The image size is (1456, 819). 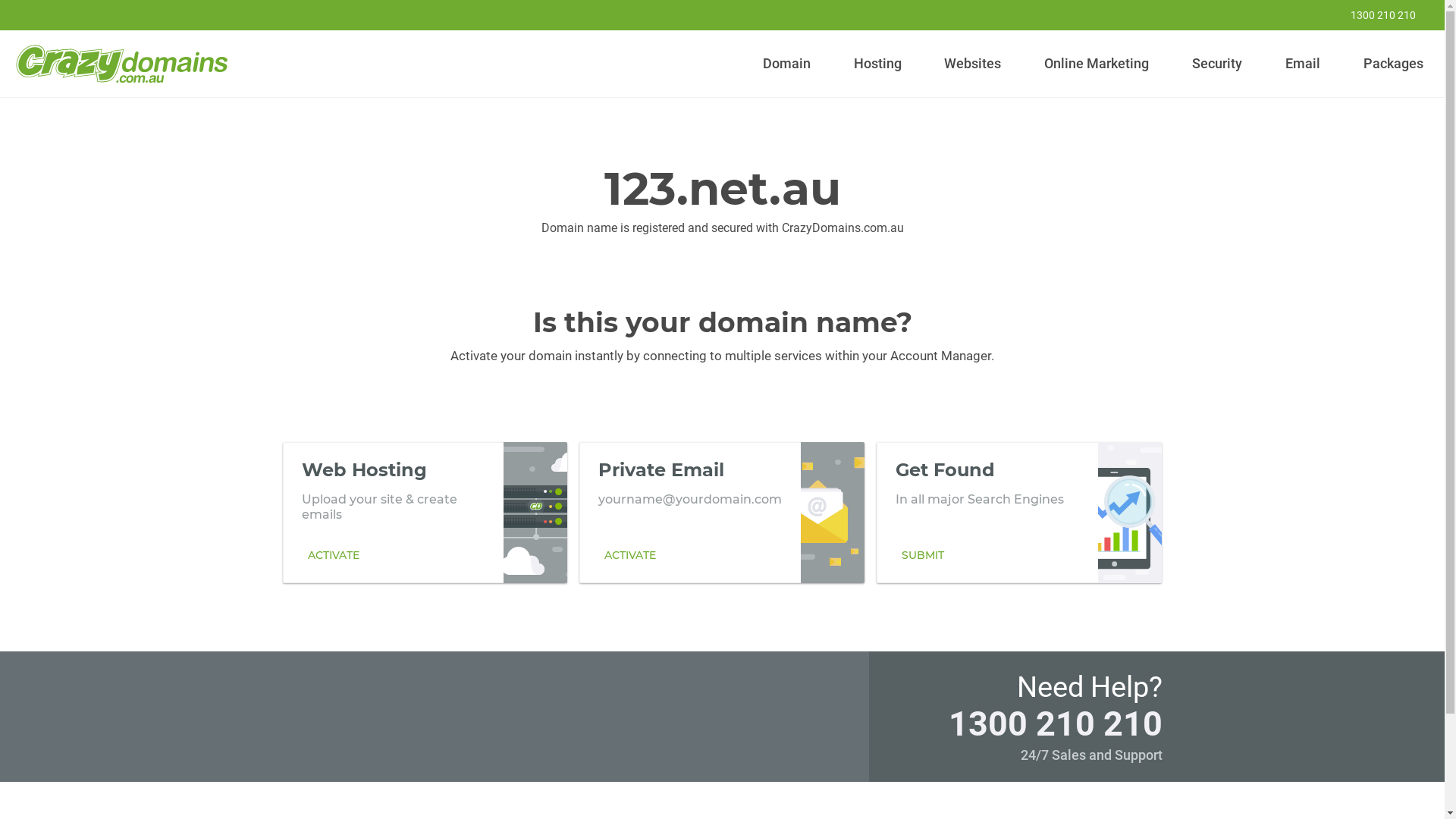 I want to click on 'Security', so click(x=1217, y=63).